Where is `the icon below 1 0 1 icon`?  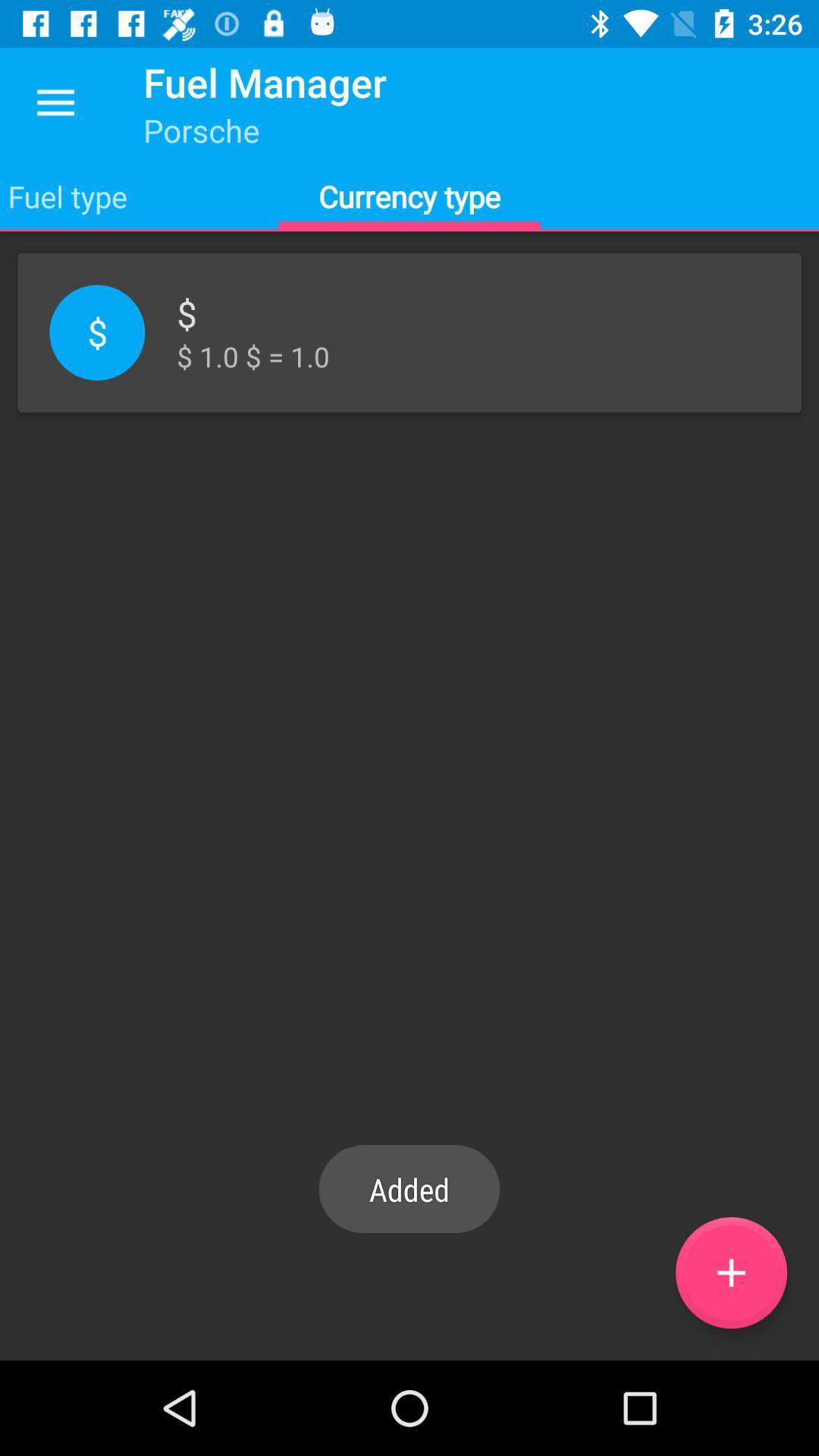
the icon below 1 0 1 icon is located at coordinates (730, 1272).